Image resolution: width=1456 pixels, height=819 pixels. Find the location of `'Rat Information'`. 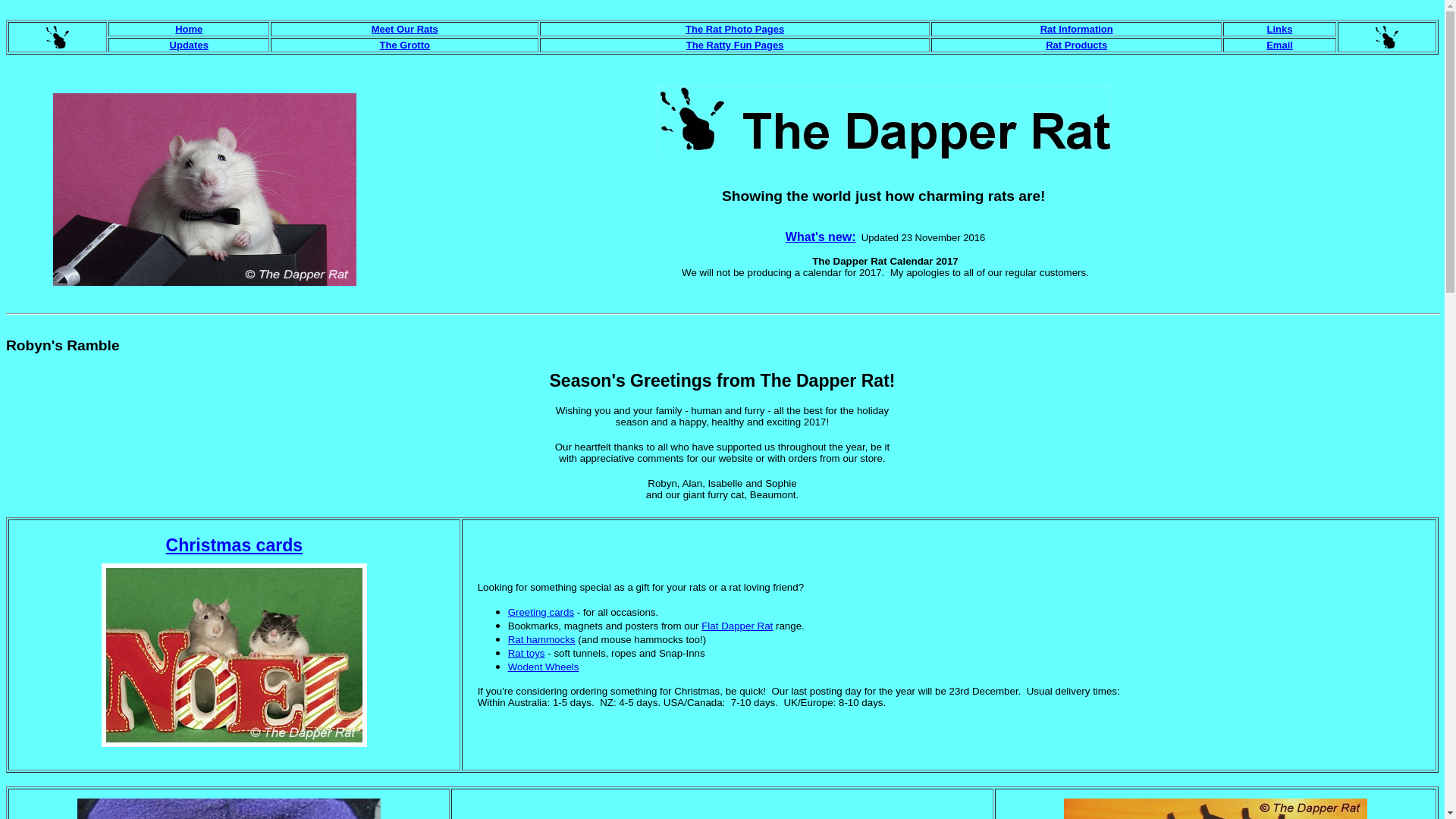

'Rat Information' is located at coordinates (1076, 28).